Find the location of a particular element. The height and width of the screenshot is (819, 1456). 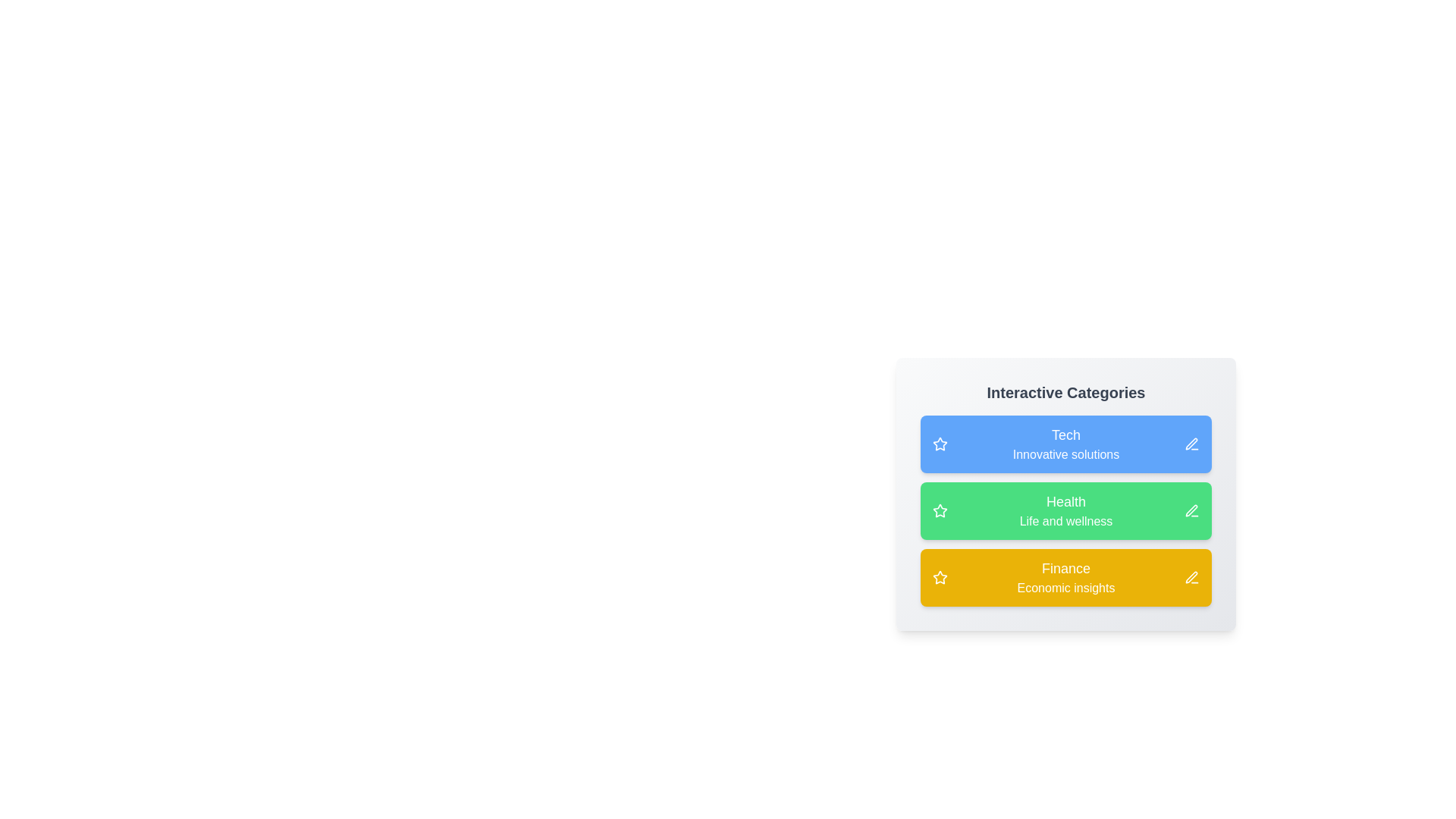

edit icon next to the category Finance is located at coordinates (1191, 578).